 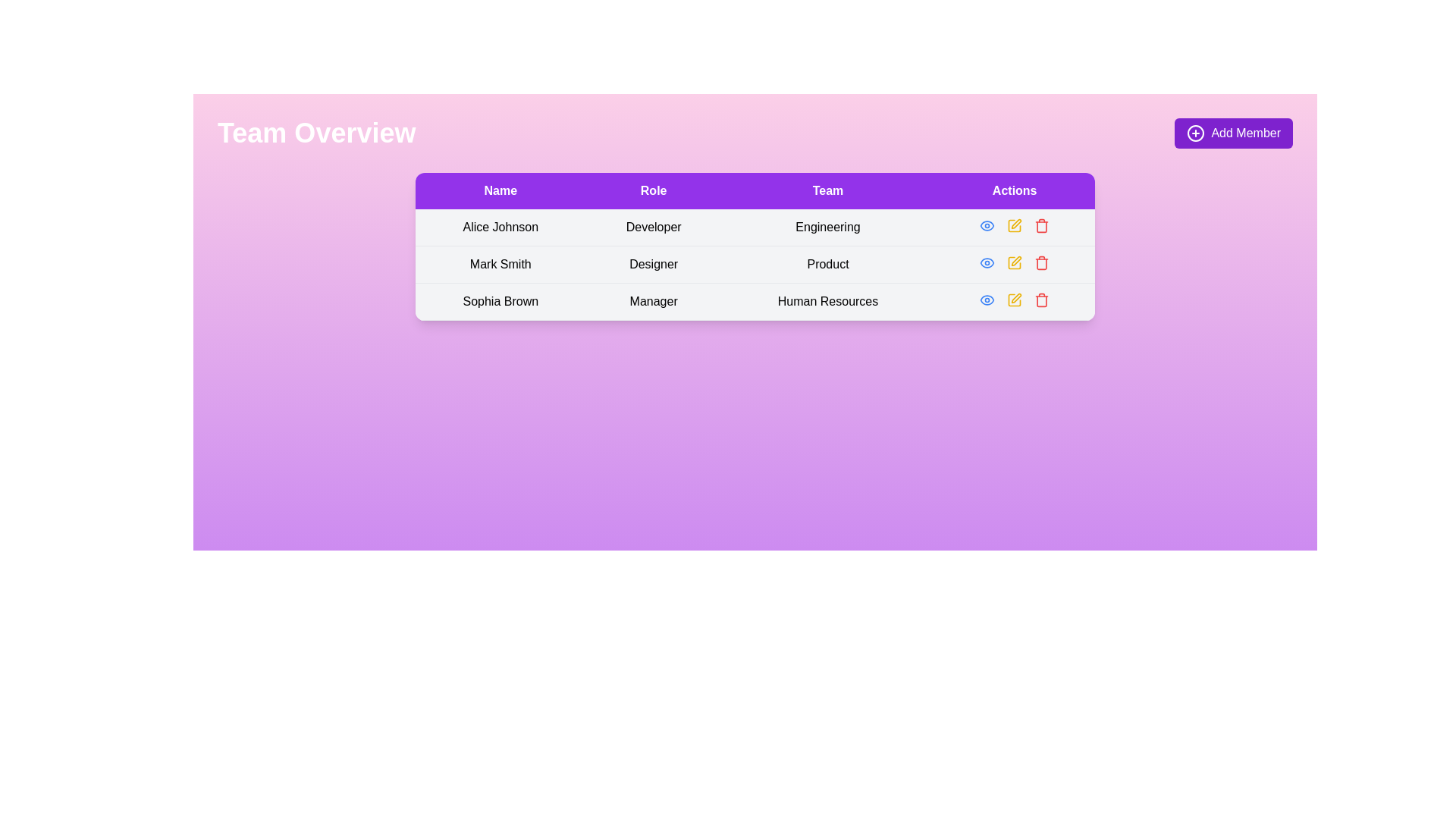 I want to click on the 'view' button located as the first element in the action buttons of the second row in the table, so click(x=987, y=262).